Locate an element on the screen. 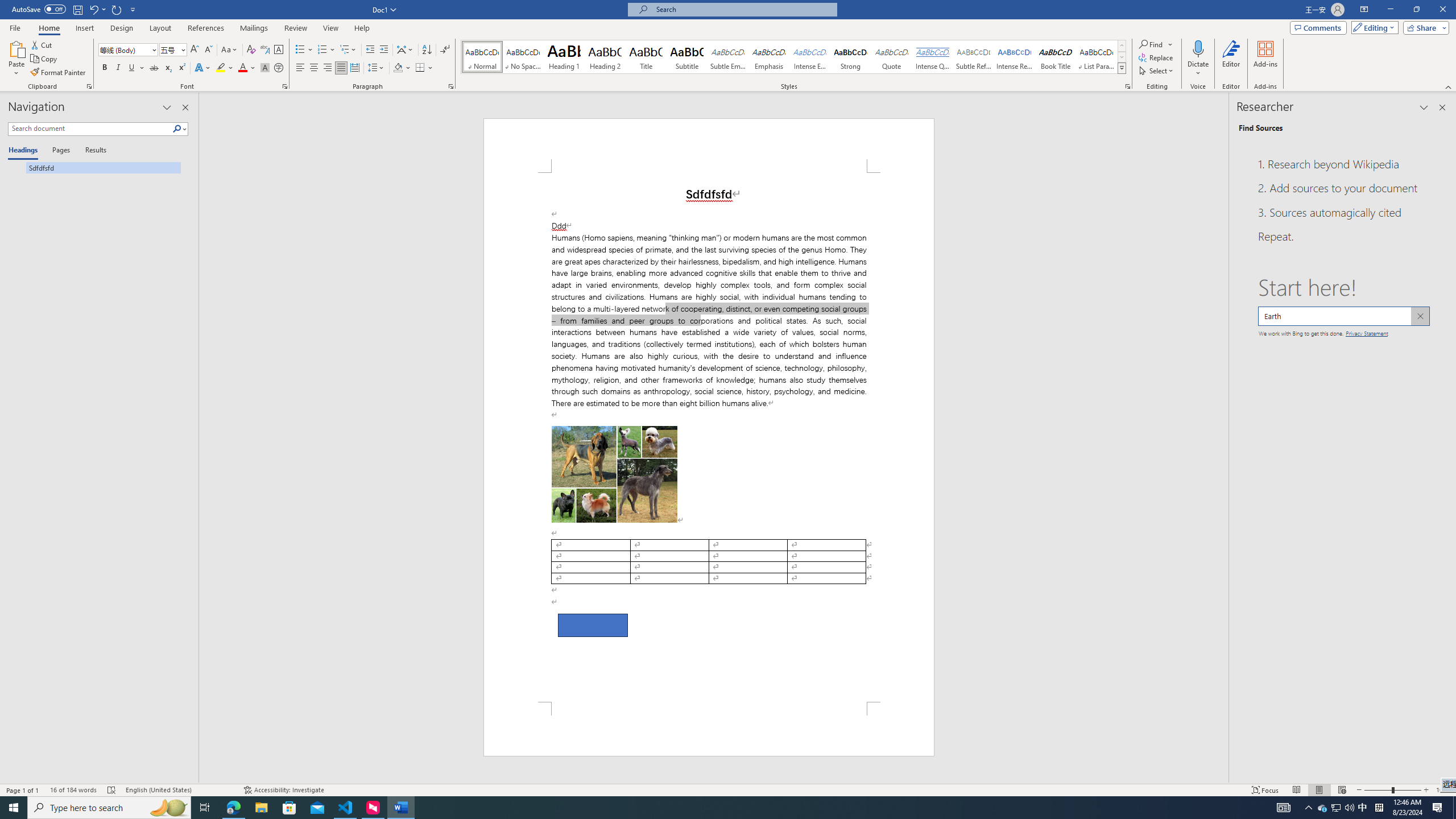 The image size is (1456, 819). 'References' is located at coordinates (206, 28).